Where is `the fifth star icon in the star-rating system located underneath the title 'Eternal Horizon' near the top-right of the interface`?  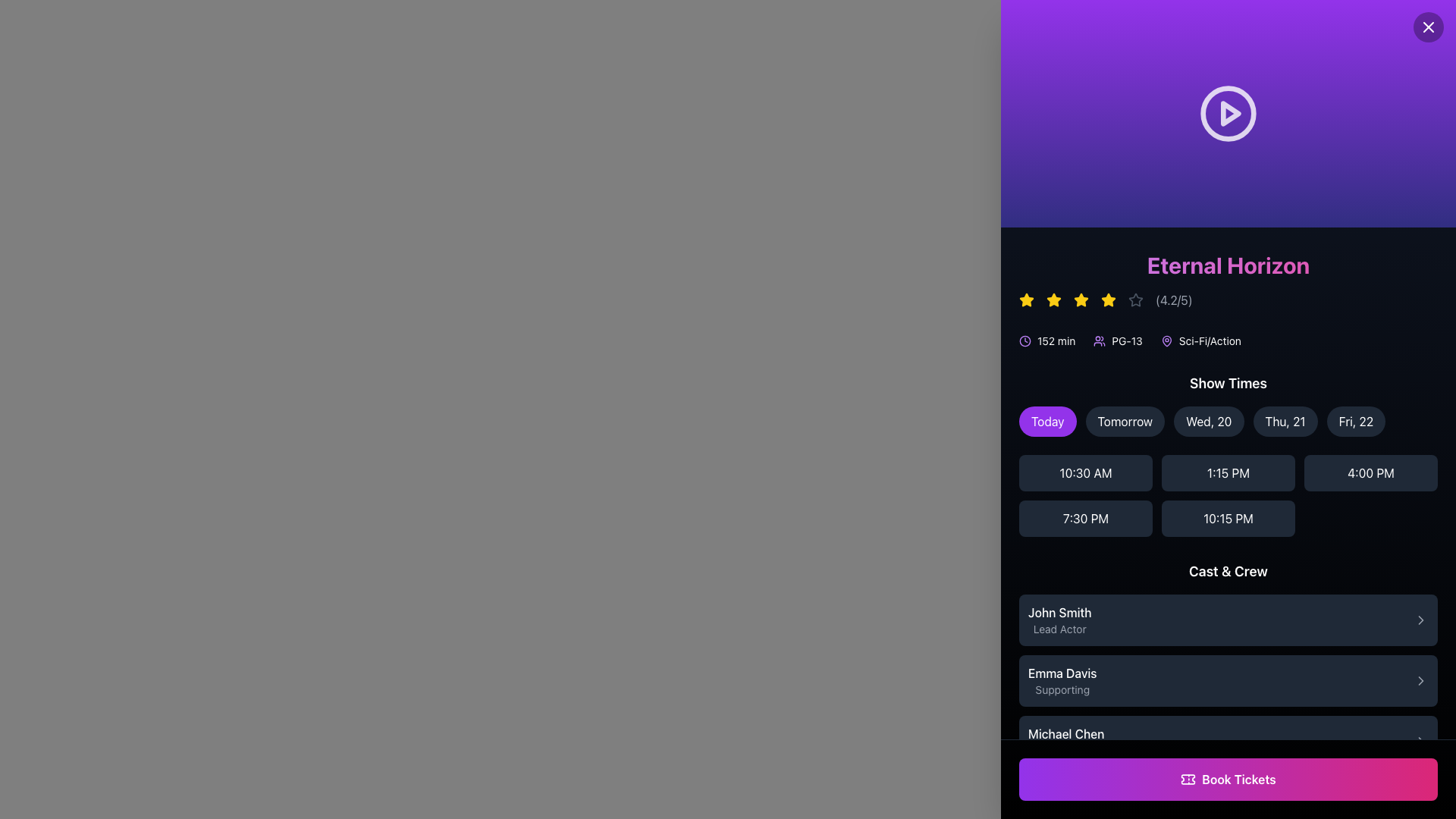 the fifth star icon in the star-rating system located underneath the title 'Eternal Horizon' near the top-right of the interface is located at coordinates (1135, 300).